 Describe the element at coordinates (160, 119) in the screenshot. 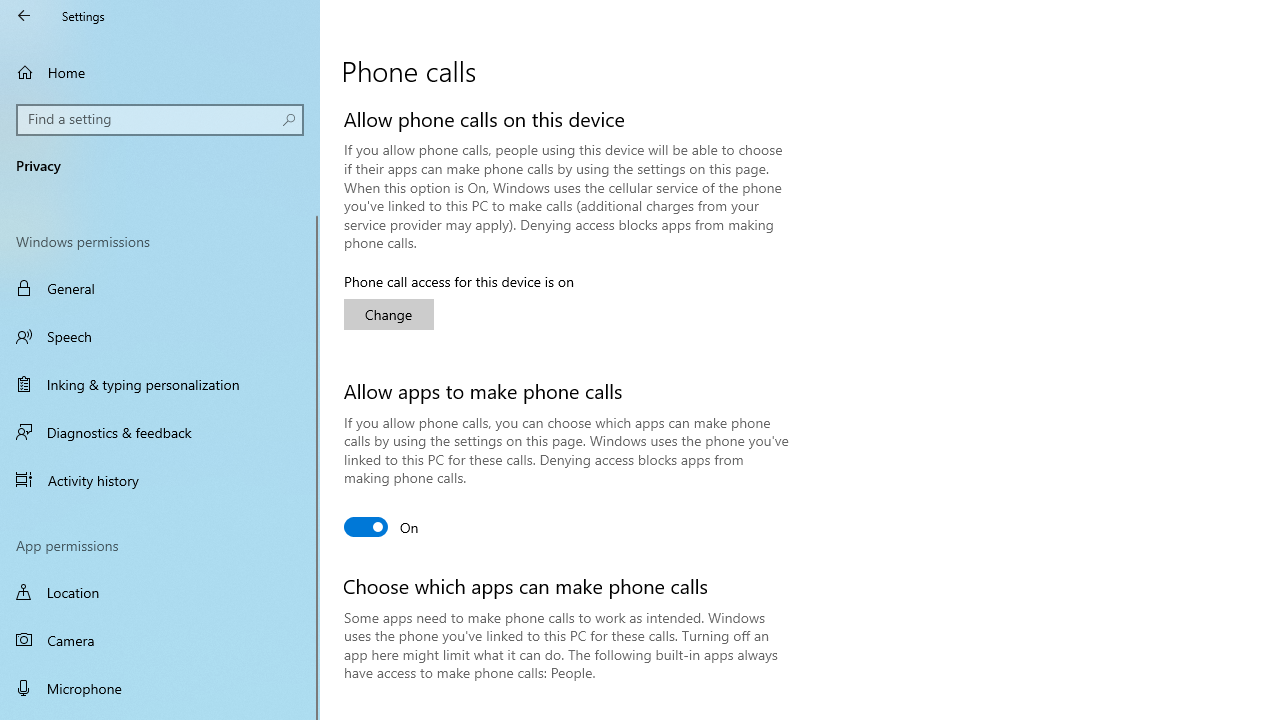

I see `'Search box, Find a setting'` at that location.